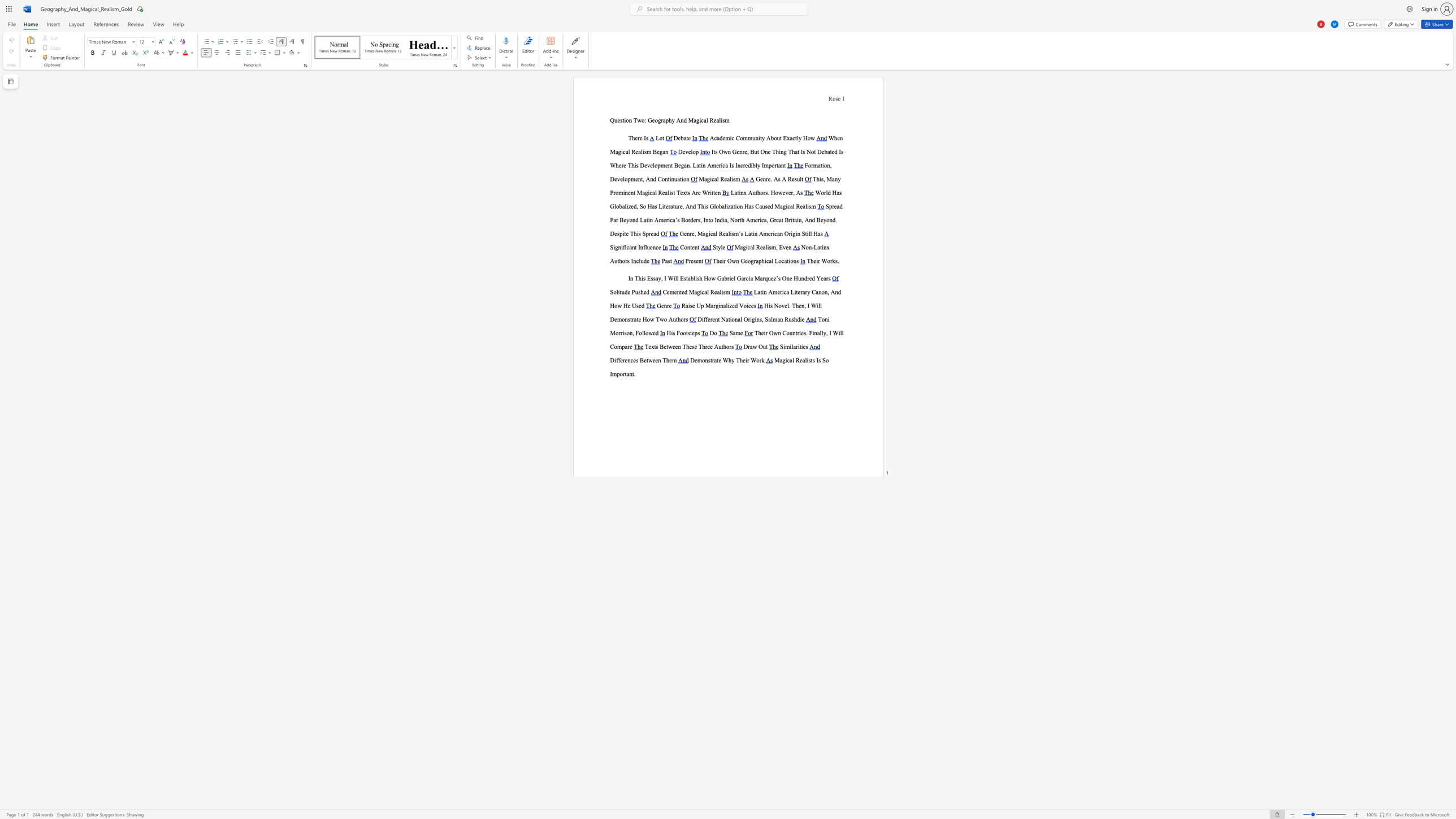 This screenshot has height=819, width=1456. I want to click on the subset text "ces Betwe" within the text "nces Between Them", so click(630, 359).